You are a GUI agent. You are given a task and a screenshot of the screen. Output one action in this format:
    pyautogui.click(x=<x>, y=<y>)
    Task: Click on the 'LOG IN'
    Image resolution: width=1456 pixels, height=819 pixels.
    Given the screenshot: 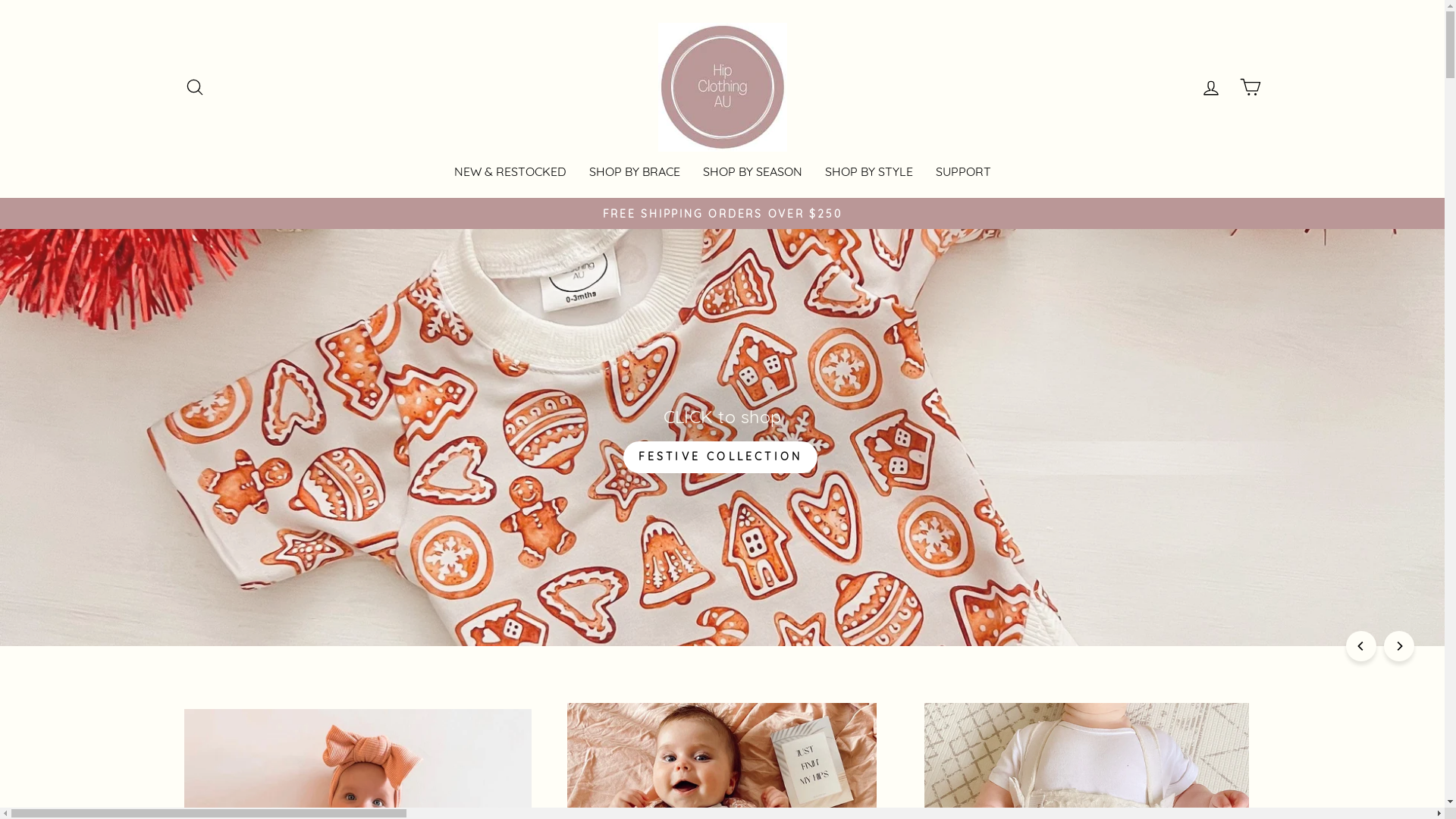 What is the action you would take?
    pyautogui.click(x=1189, y=87)
    